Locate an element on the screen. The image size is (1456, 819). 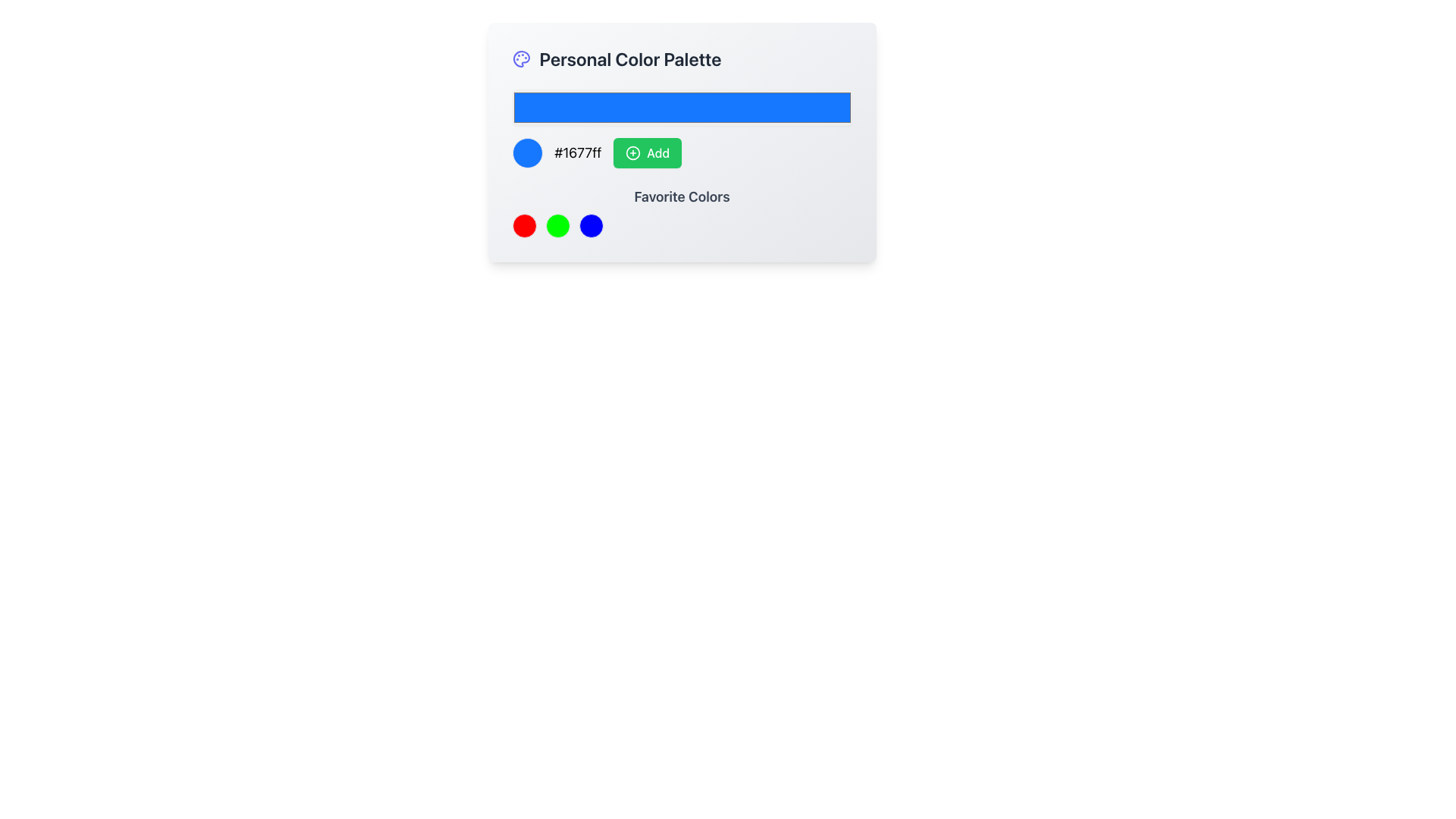
the Color input field is located at coordinates (681, 107).